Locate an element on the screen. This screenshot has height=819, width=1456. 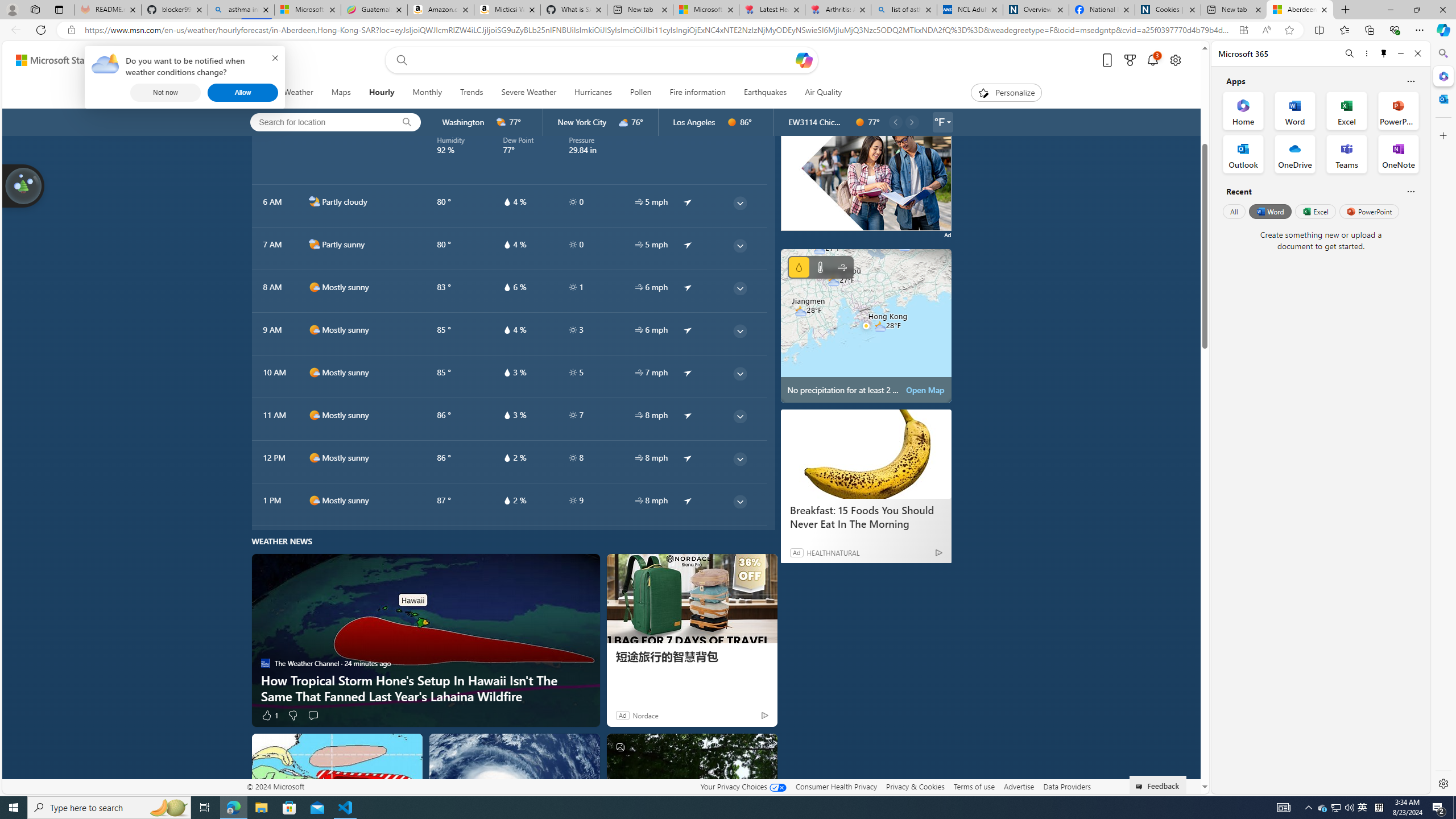
'The Weather Channel' is located at coordinates (265, 662).